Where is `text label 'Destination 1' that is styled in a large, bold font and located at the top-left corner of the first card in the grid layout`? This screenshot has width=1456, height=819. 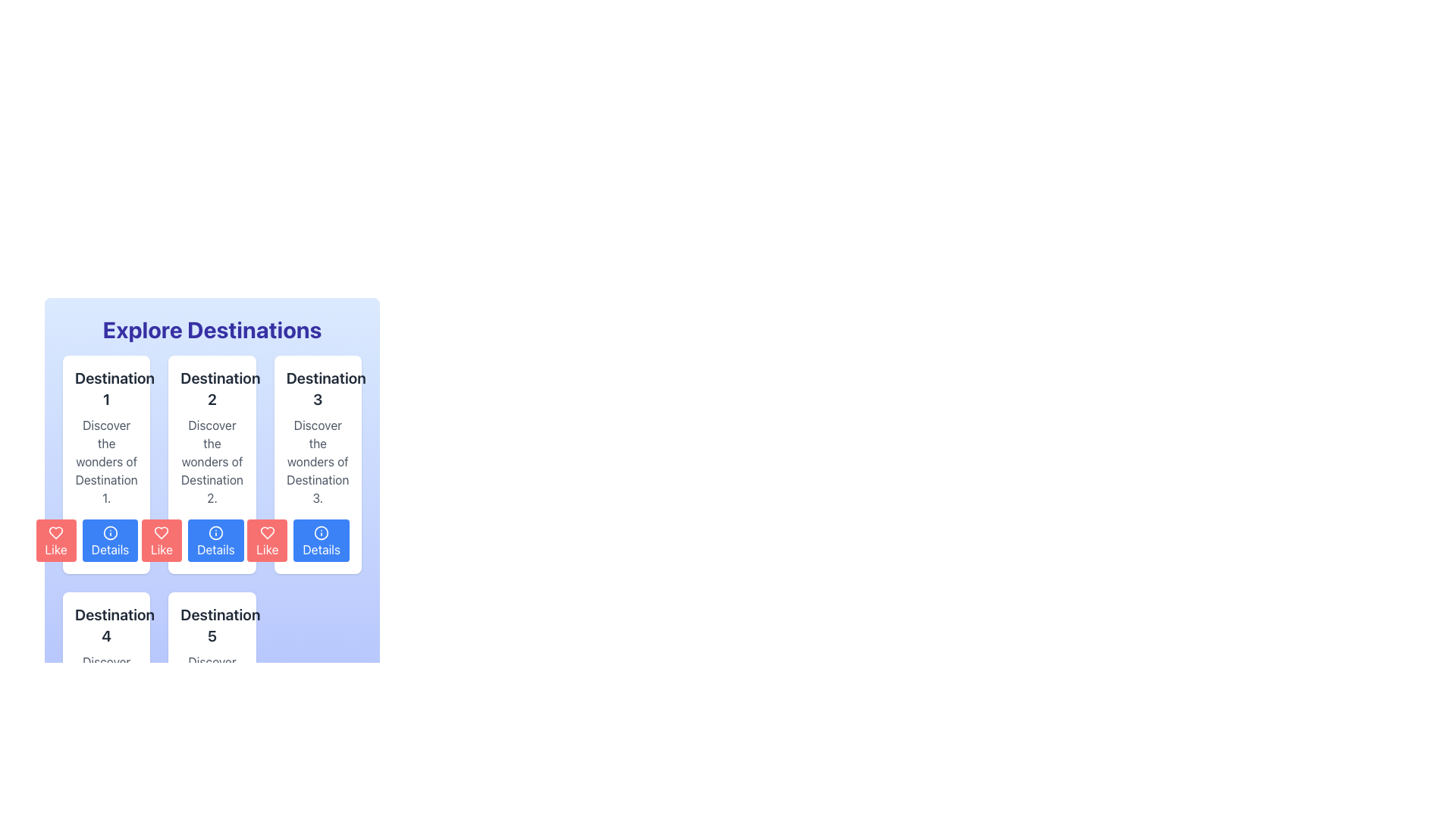
text label 'Destination 1' that is styled in a large, bold font and located at the top-left corner of the first card in the grid layout is located at coordinates (105, 388).